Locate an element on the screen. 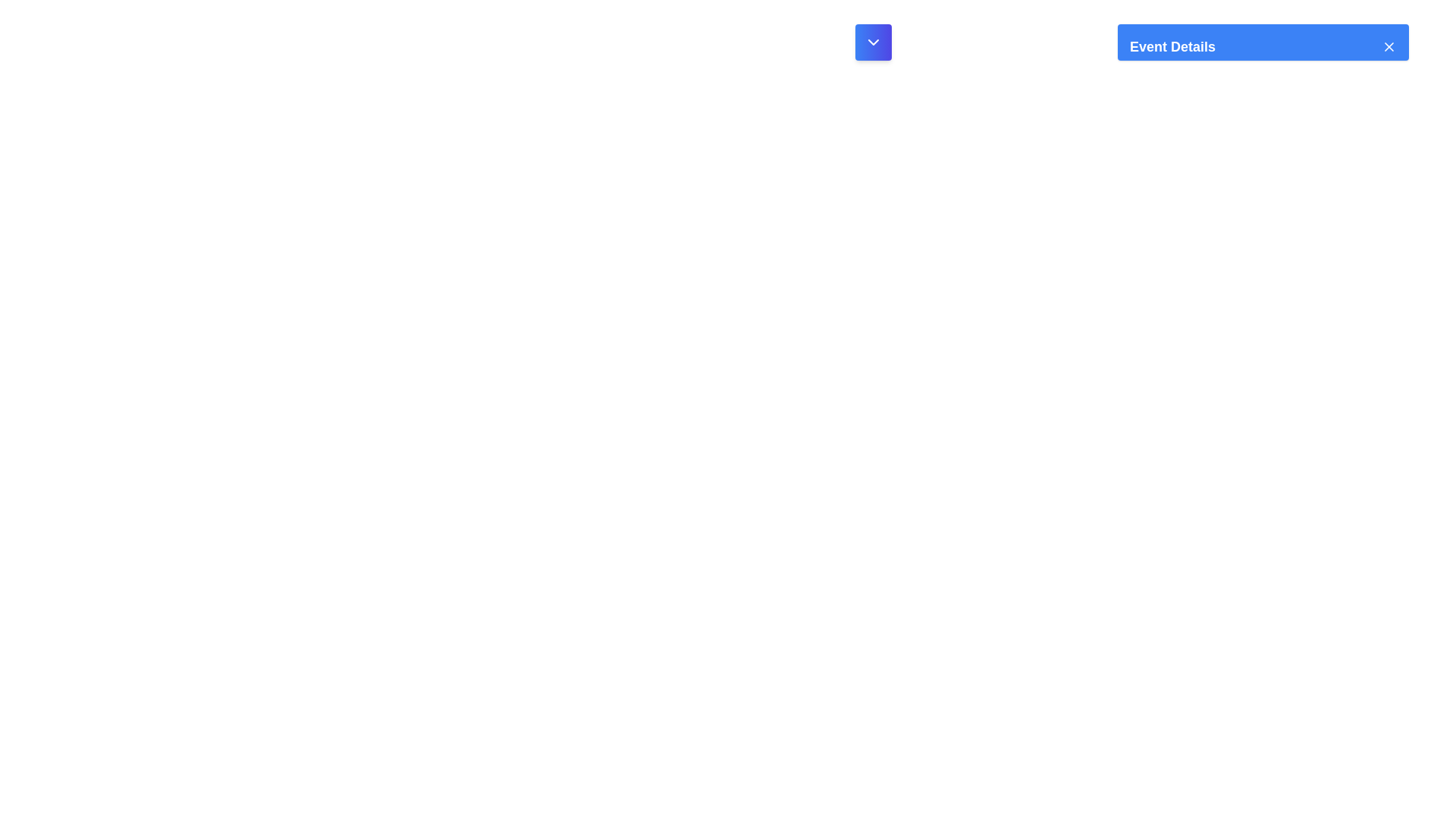  the interactive button with a gradient background and a downward-pointing chevron icon is located at coordinates (874, 42).